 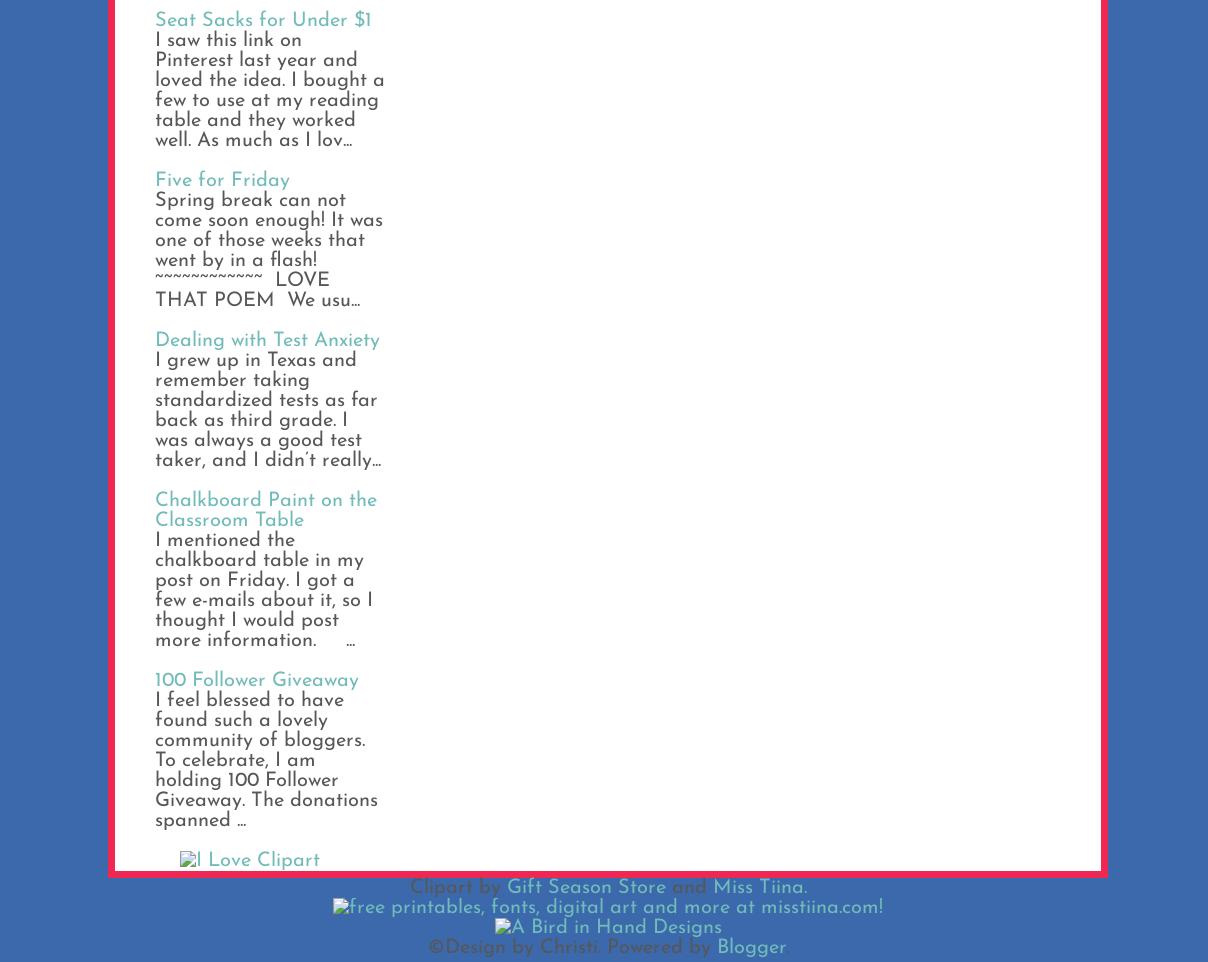 I want to click on 'Gift Season Store', so click(x=585, y=887).